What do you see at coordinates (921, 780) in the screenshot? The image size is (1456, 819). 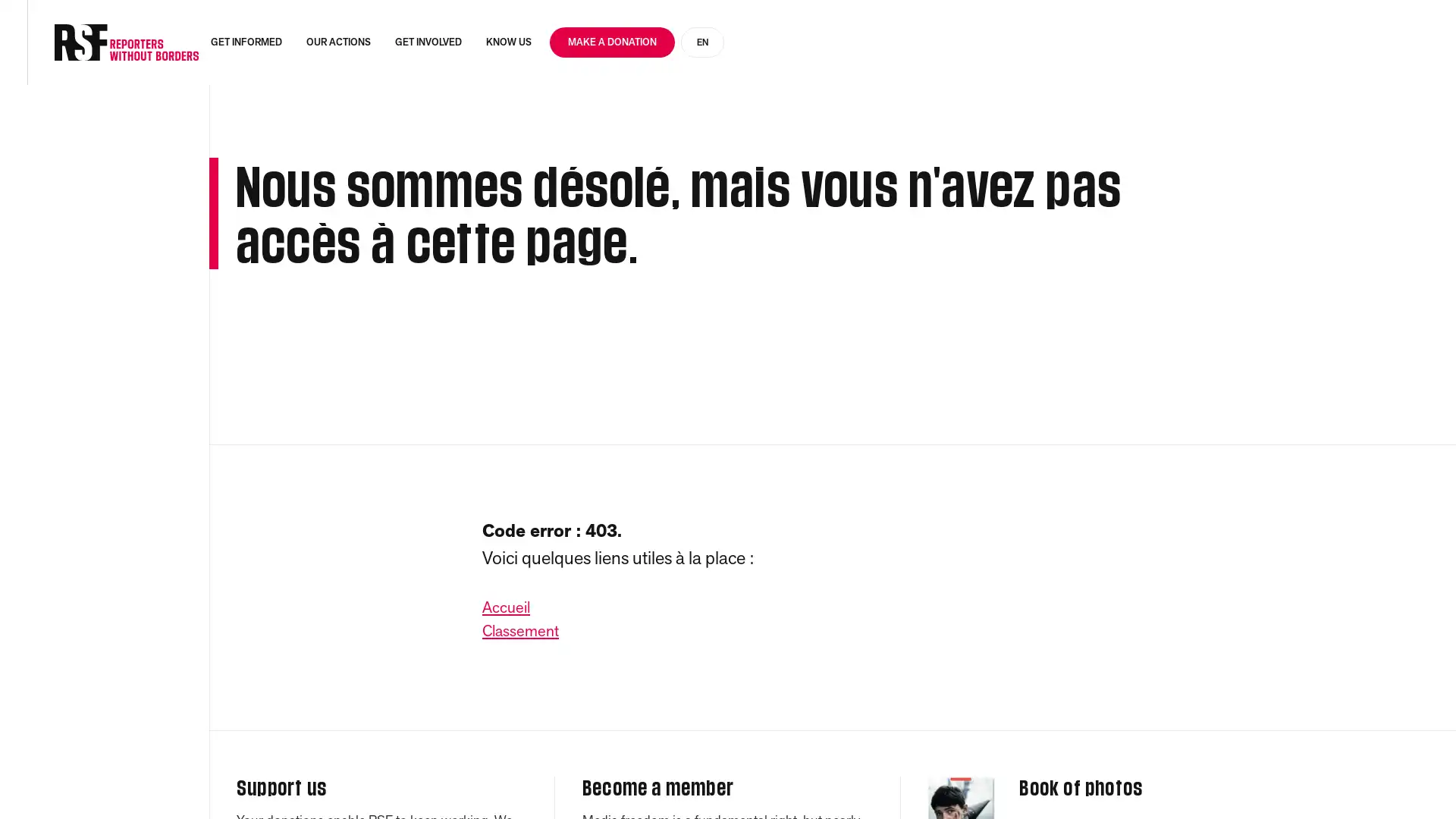 I see `Accept everything` at bounding box center [921, 780].